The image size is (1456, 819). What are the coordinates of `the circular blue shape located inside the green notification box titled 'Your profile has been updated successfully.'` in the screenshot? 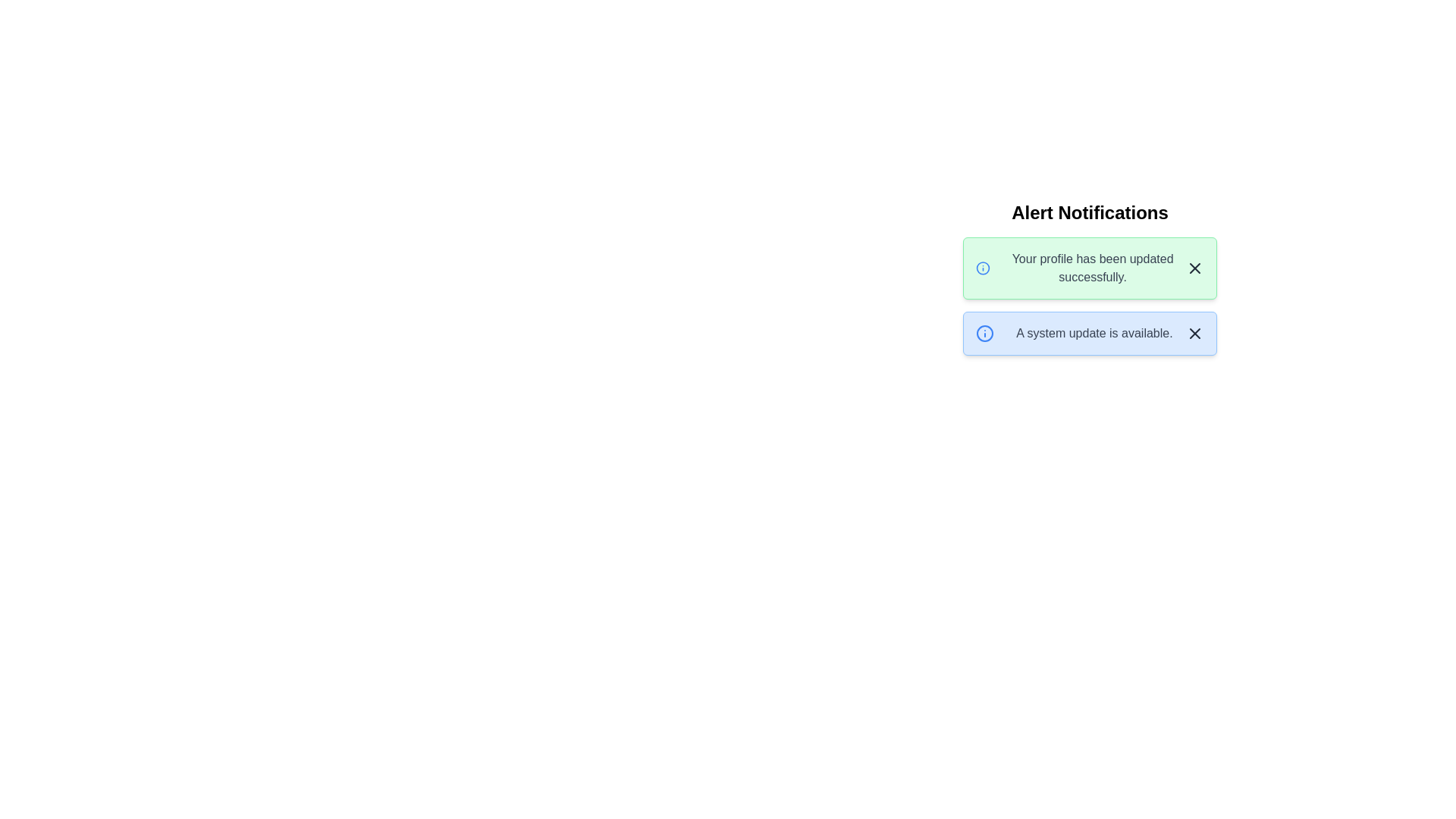 It's located at (983, 268).